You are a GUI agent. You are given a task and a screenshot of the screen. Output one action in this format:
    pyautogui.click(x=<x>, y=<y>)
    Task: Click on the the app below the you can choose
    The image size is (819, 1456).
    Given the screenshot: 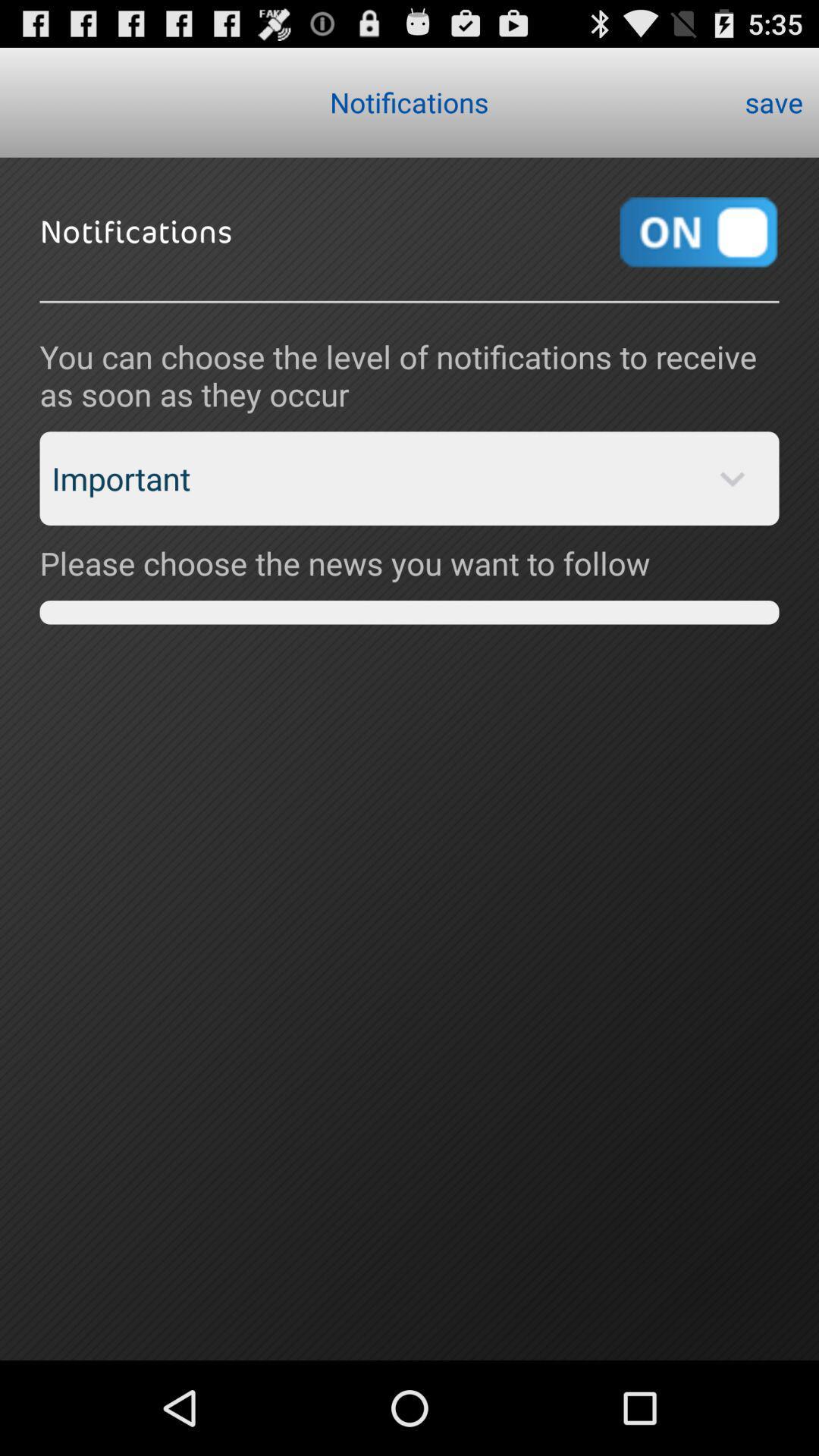 What is the action you would take?
    pyautogui.click(x=409, y=478)
    